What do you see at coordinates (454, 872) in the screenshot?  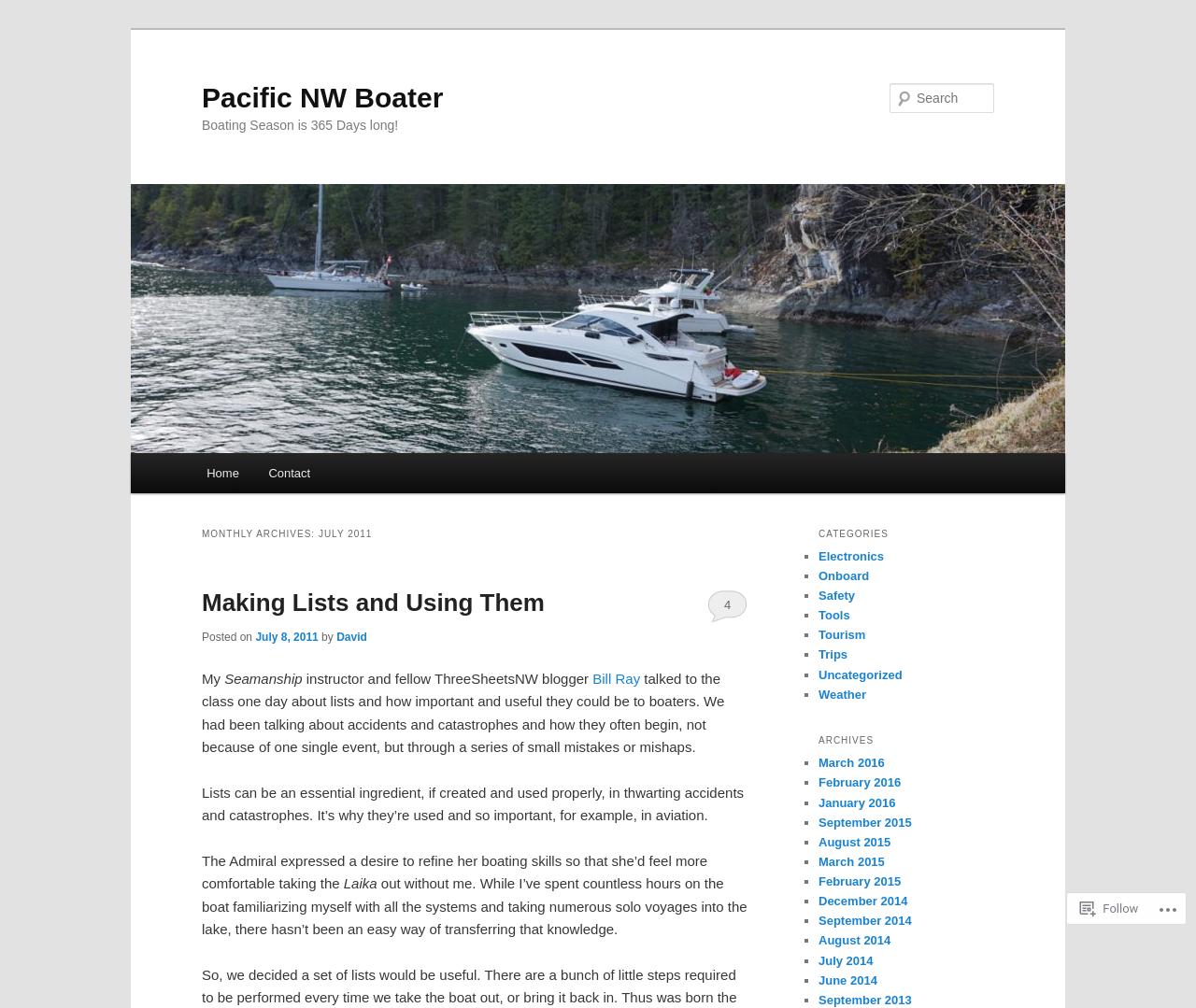 I see `'The Admiral expressed a desire to refine her boating skills so that she’d feel more comfortable taking the'` at bounding box center [454, 872].